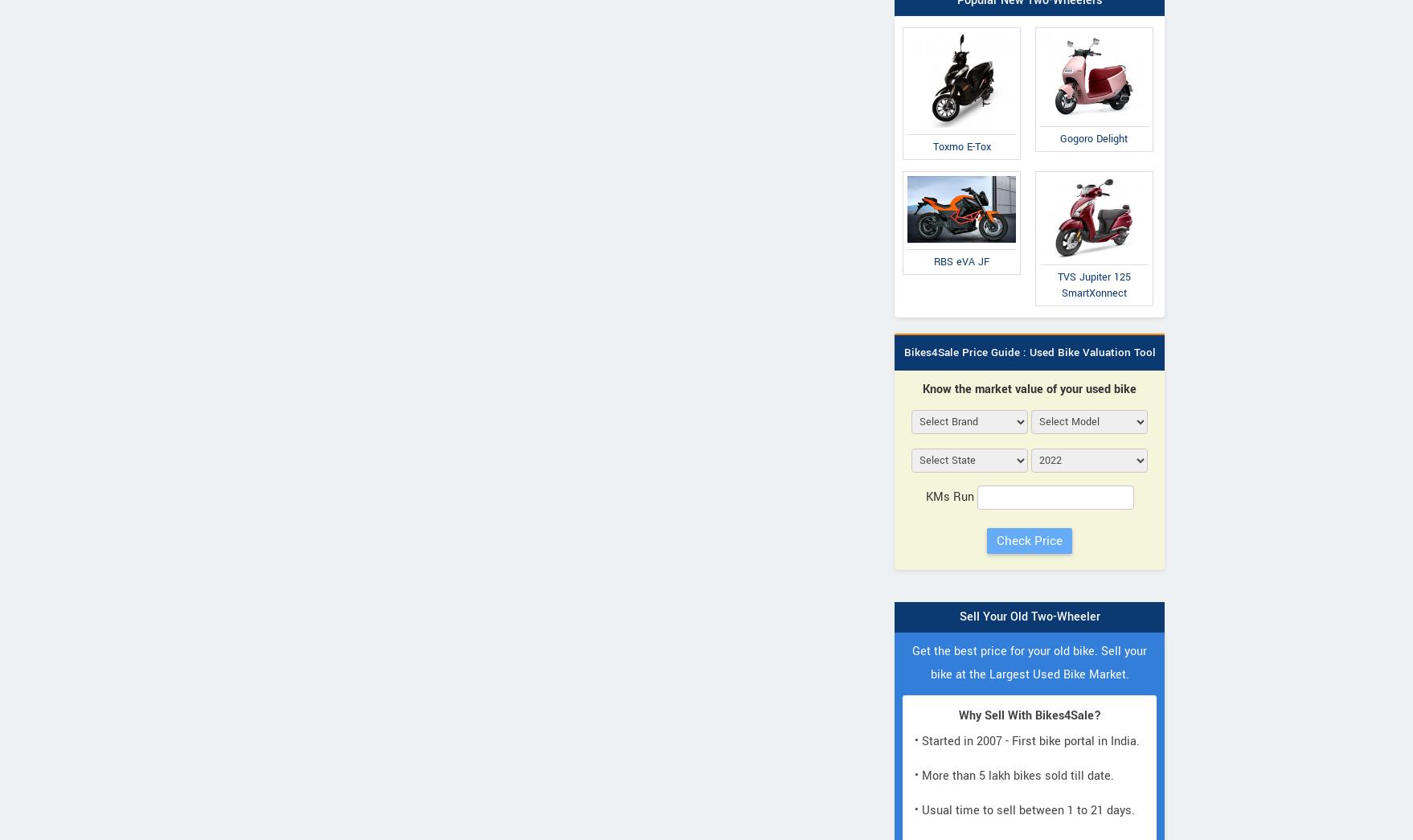  I want to click on '• Started in 2007 - First bike portal in India.', so click(1027, 741).